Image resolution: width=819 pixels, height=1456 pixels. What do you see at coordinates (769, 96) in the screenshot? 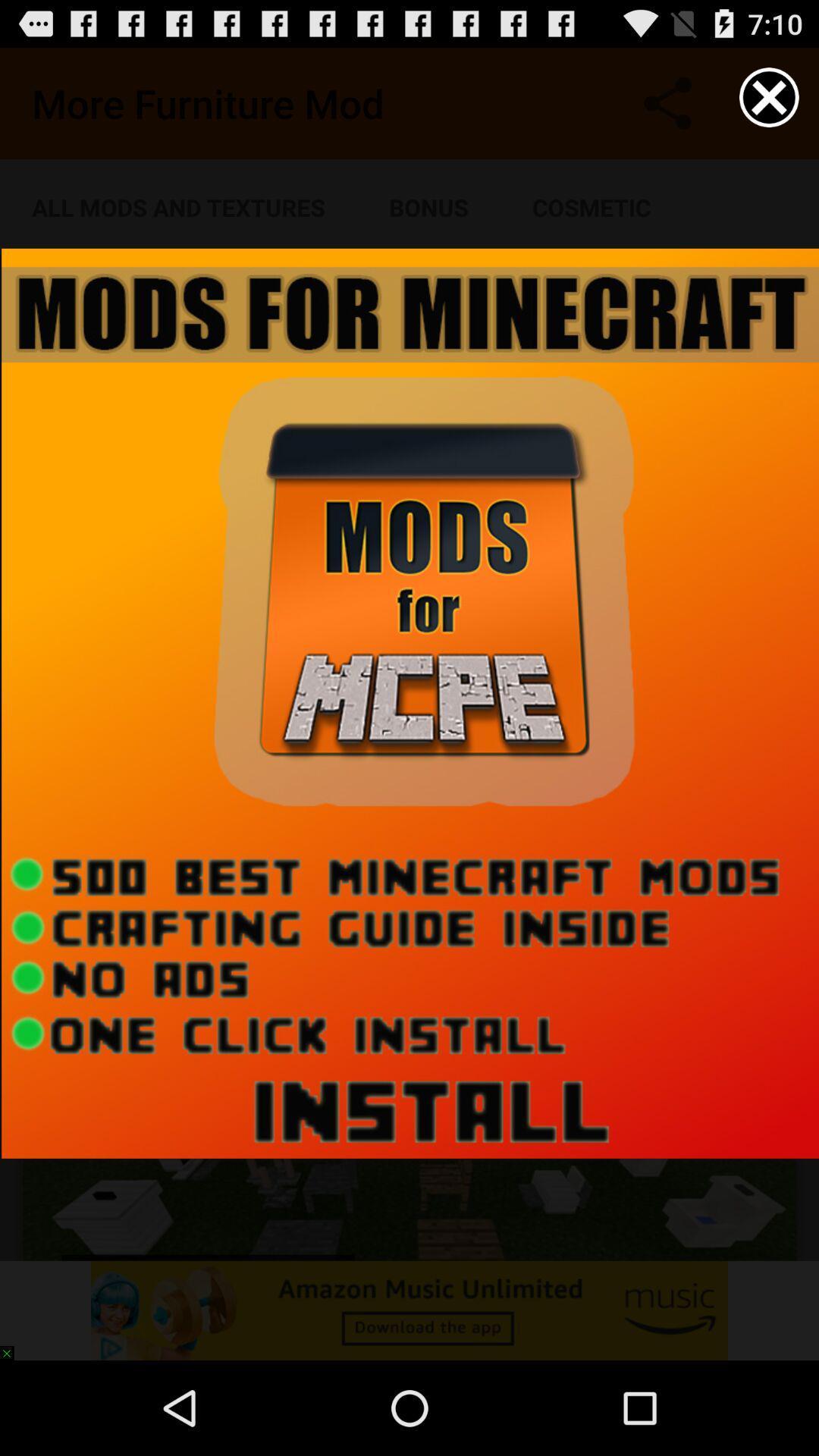
I see `close` at bounding box center [769, 96].